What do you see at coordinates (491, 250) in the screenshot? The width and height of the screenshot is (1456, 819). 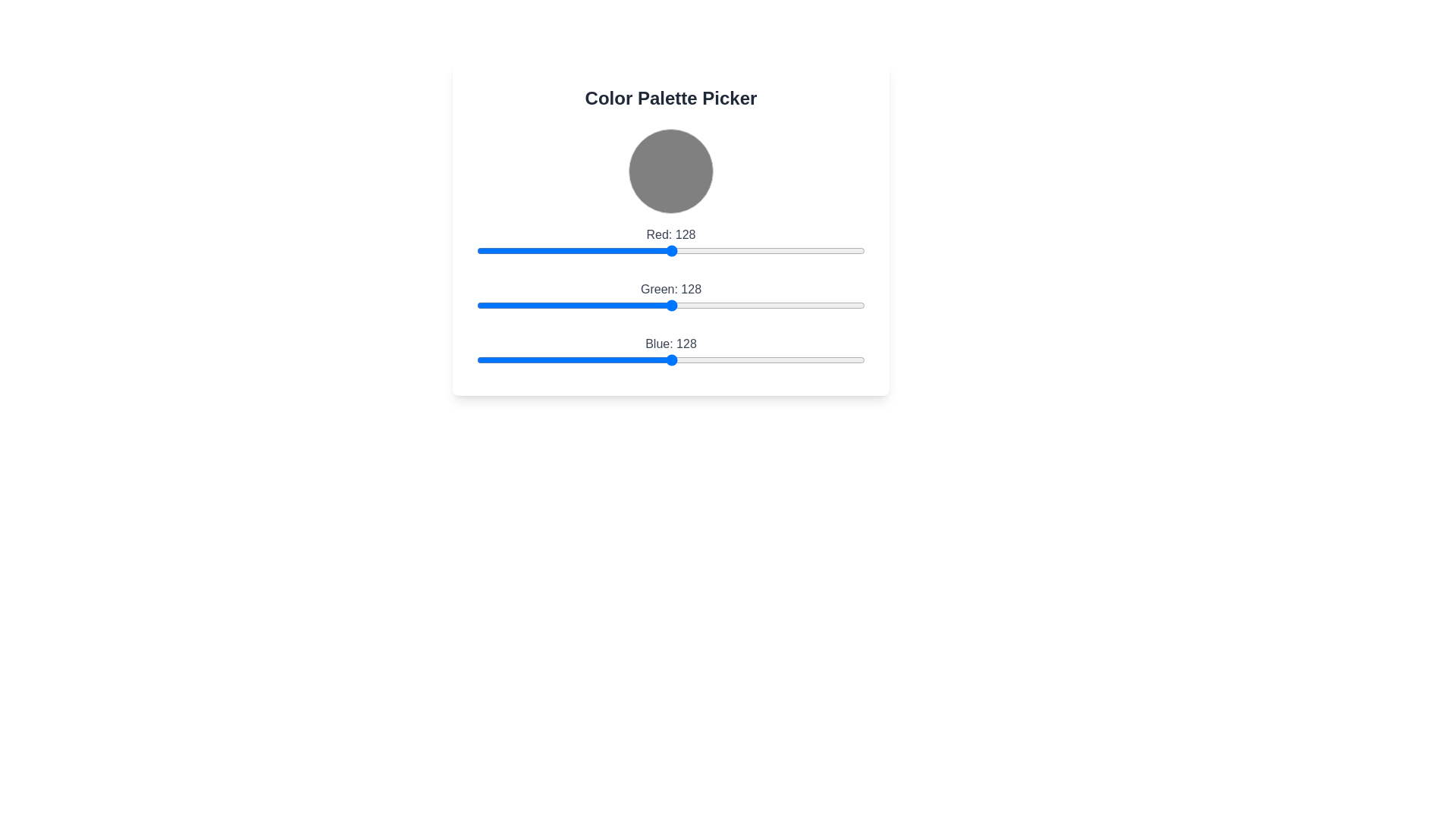 I see `the red color component` at bounding box center [491, 250].